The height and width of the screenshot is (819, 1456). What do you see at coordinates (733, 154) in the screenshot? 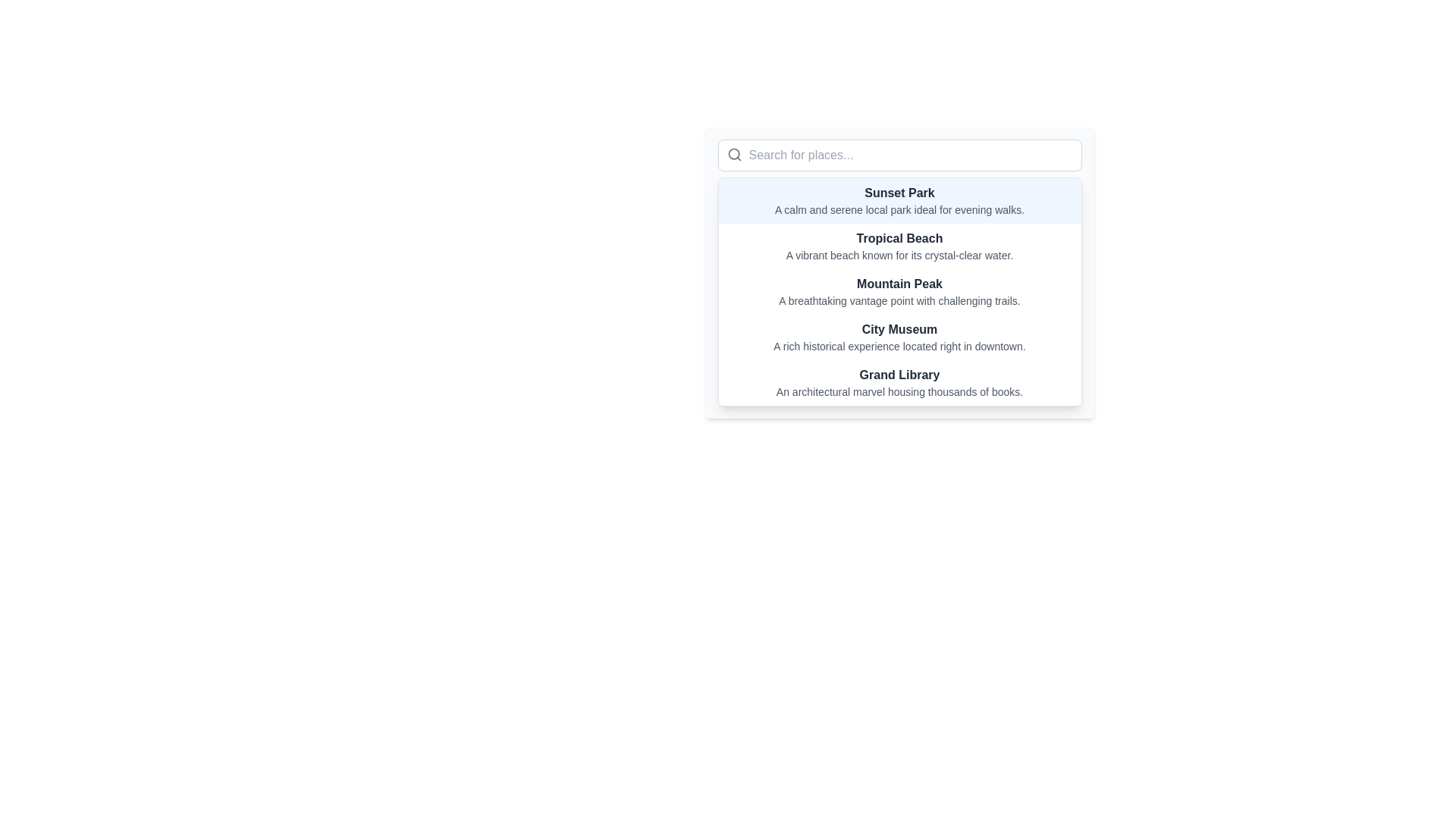
I see `the SVG circle that represents the inner detail of the search icon, located near the search bar in the top-left corner of the interface` at bounding box center [733, 154].